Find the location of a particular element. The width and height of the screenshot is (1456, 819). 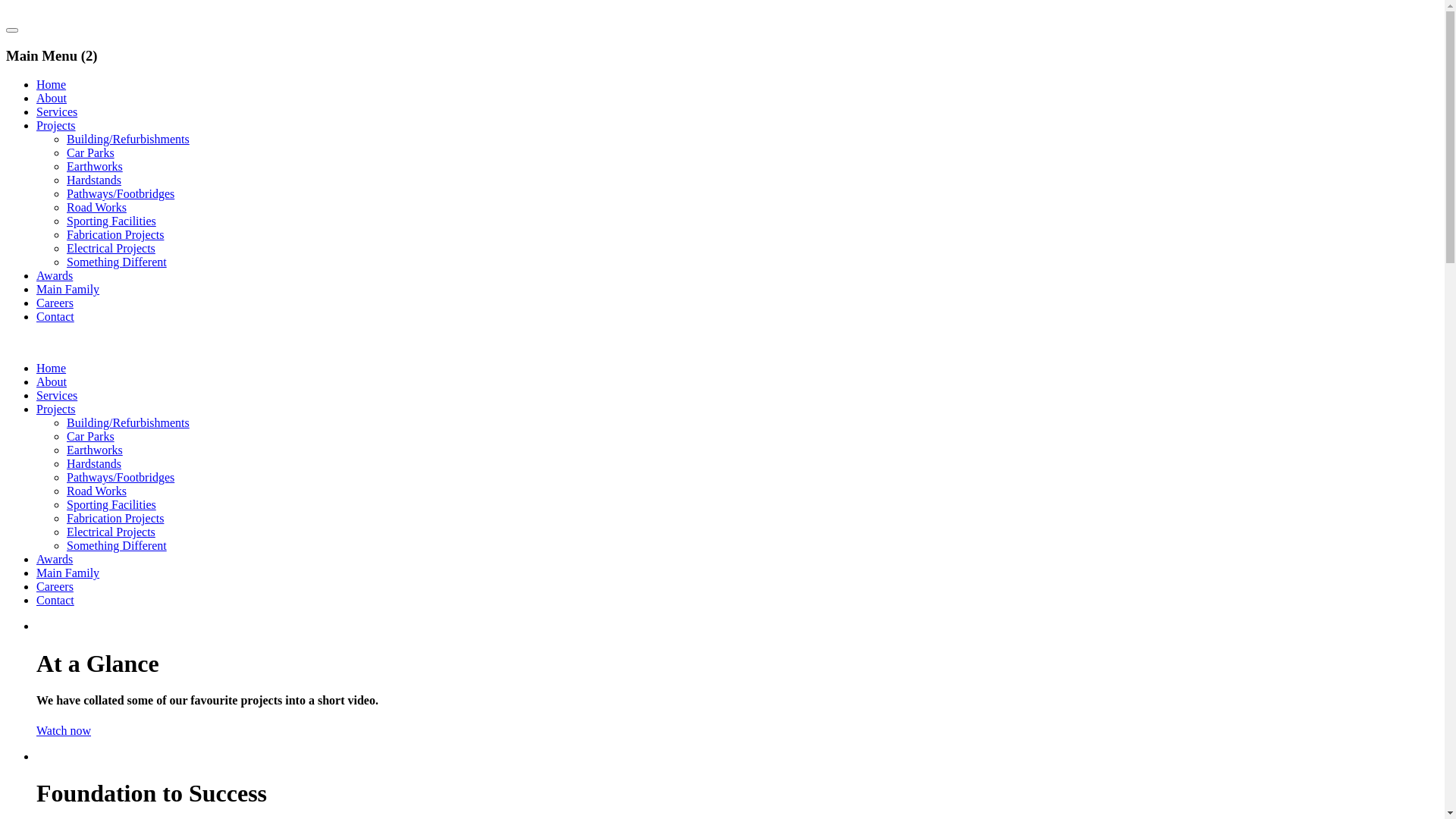

'Earthworks' is located at coordinates (93, 166).